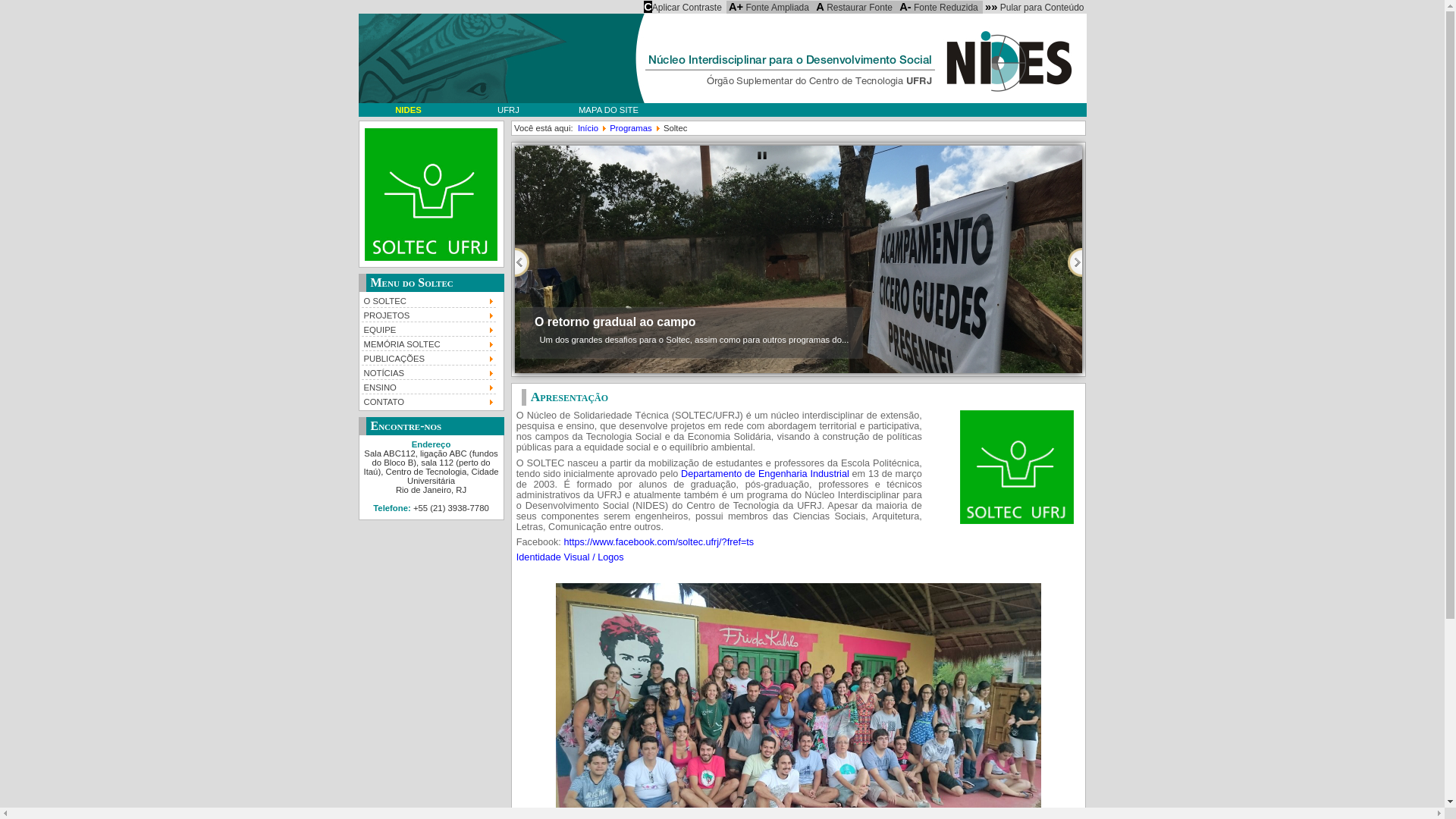 This screenshot has width=1456, height=819. I want to click on 'O SOLTEC', so click(359, 300).